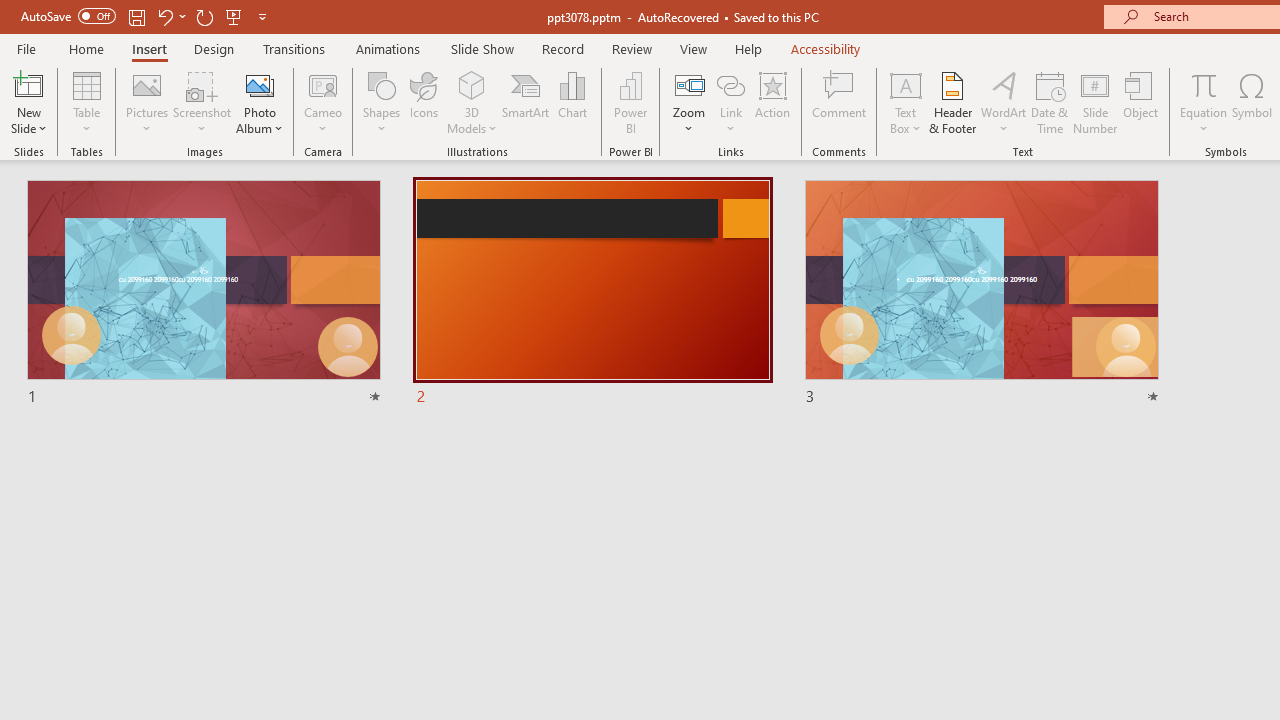 This screenshot has width=1280, height=720. What do you see at coordinates (204, 16) in the screenshot?
I see `'Redo'` at bounding box center [204, 16].